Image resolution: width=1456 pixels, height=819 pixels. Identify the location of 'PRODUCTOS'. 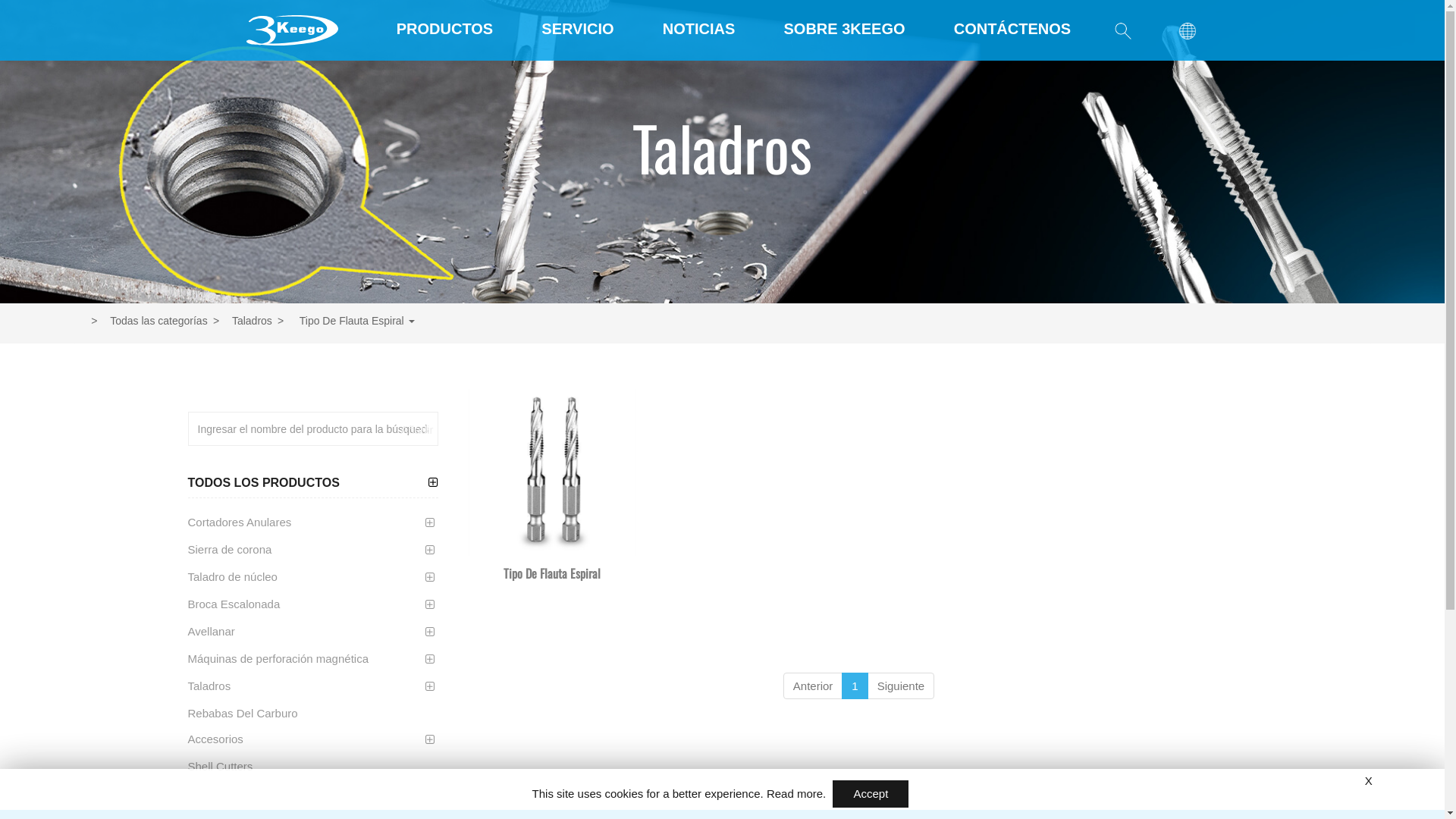
(444, 29).